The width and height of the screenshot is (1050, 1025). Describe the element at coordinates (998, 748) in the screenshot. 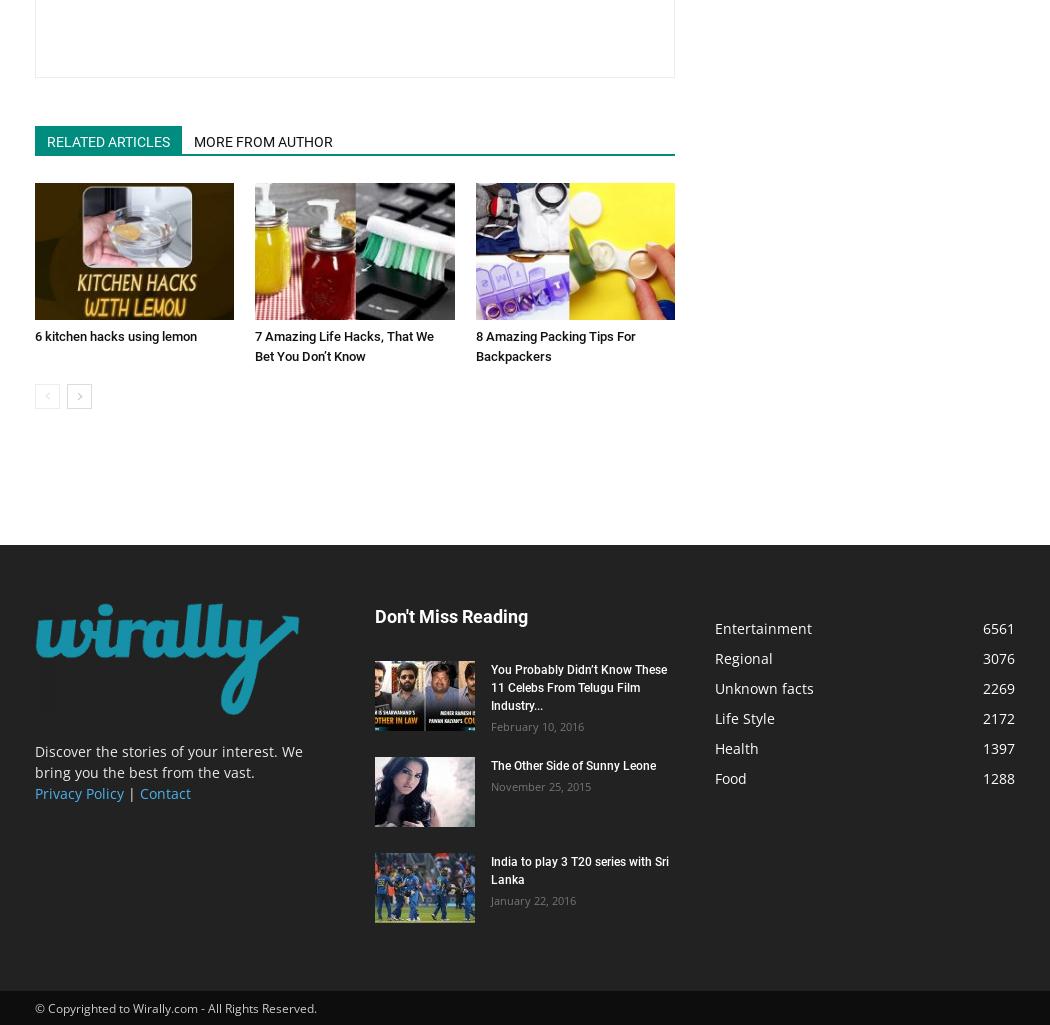

I see `'1397'` at that location.